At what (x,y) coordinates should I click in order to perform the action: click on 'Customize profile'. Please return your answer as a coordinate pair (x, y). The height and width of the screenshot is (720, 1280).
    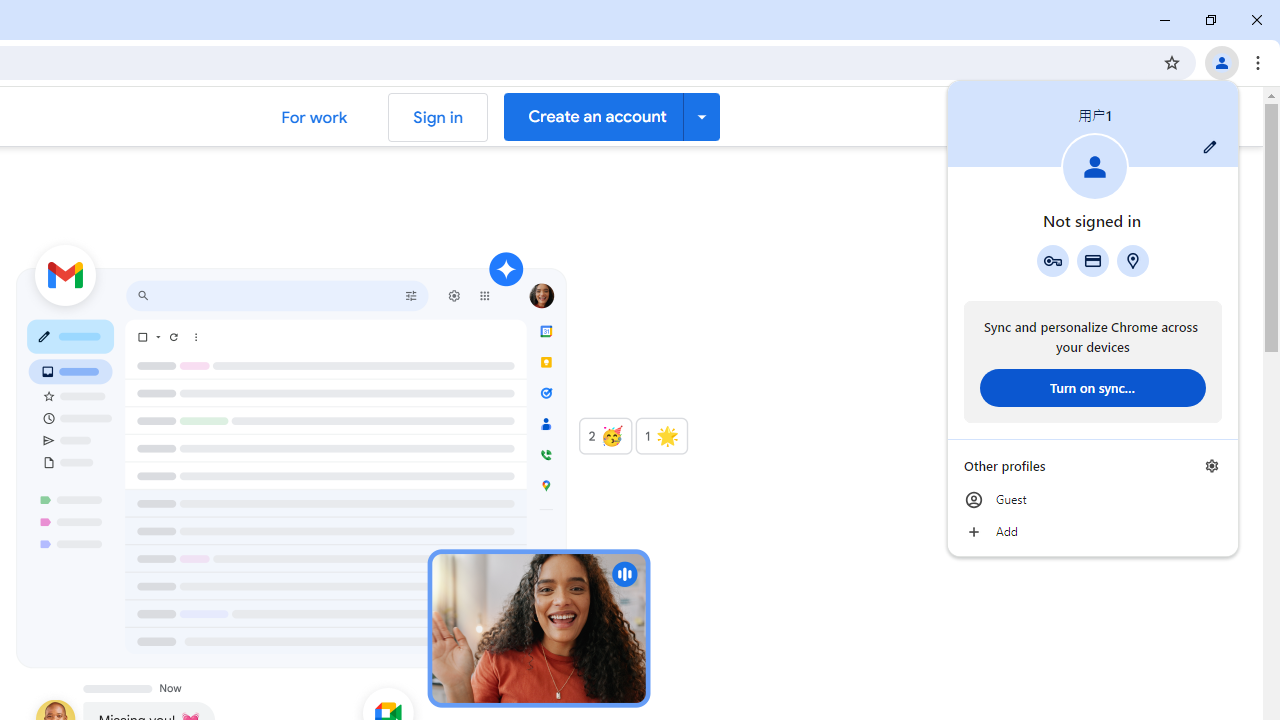
    Looking at the image, I should click on (1209, 146).